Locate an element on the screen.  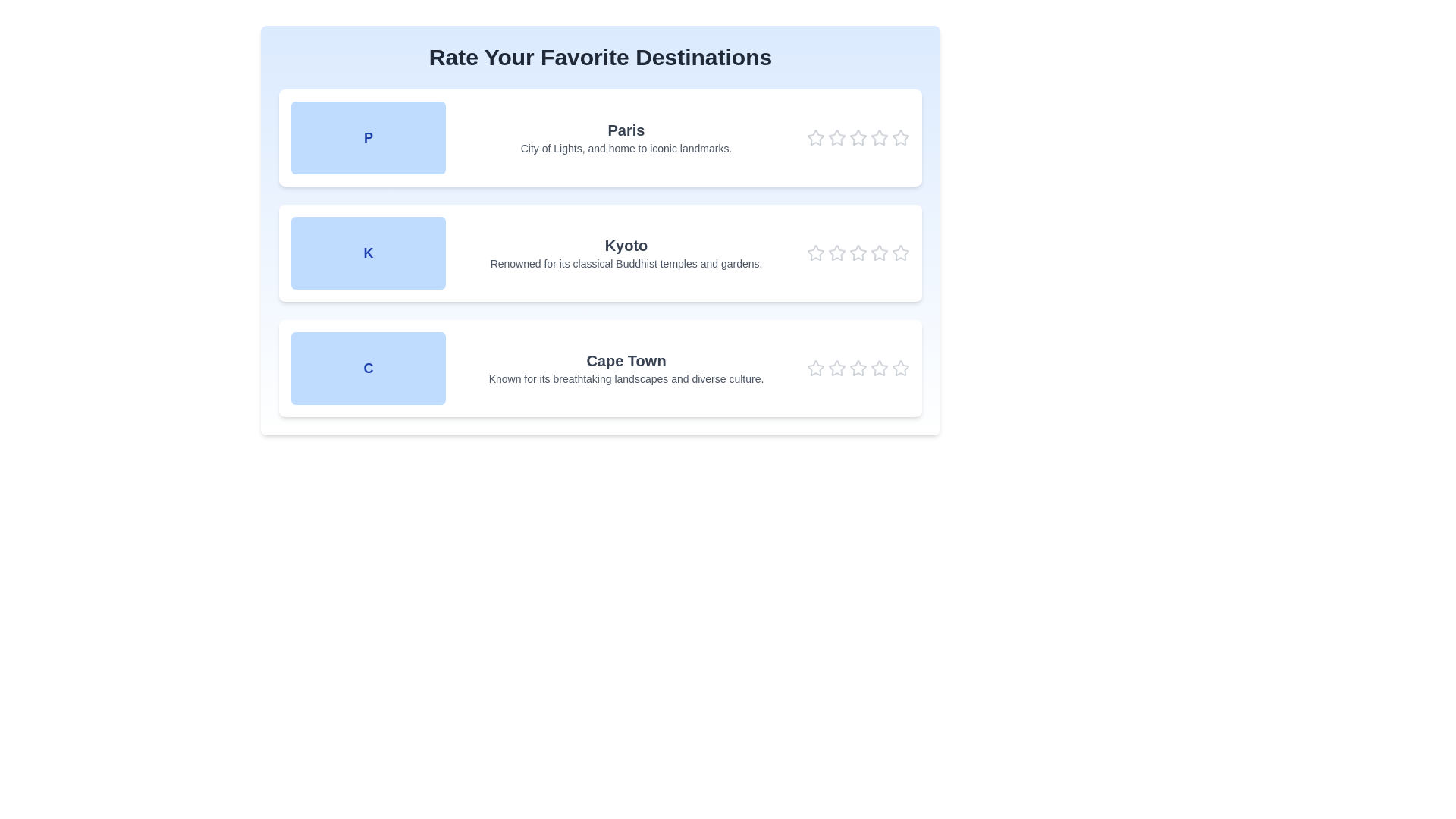
the first grayish star icon in the rating group located to the right of the 'Kyoto' label in the second row of the list is located at coordinates (814, 253).